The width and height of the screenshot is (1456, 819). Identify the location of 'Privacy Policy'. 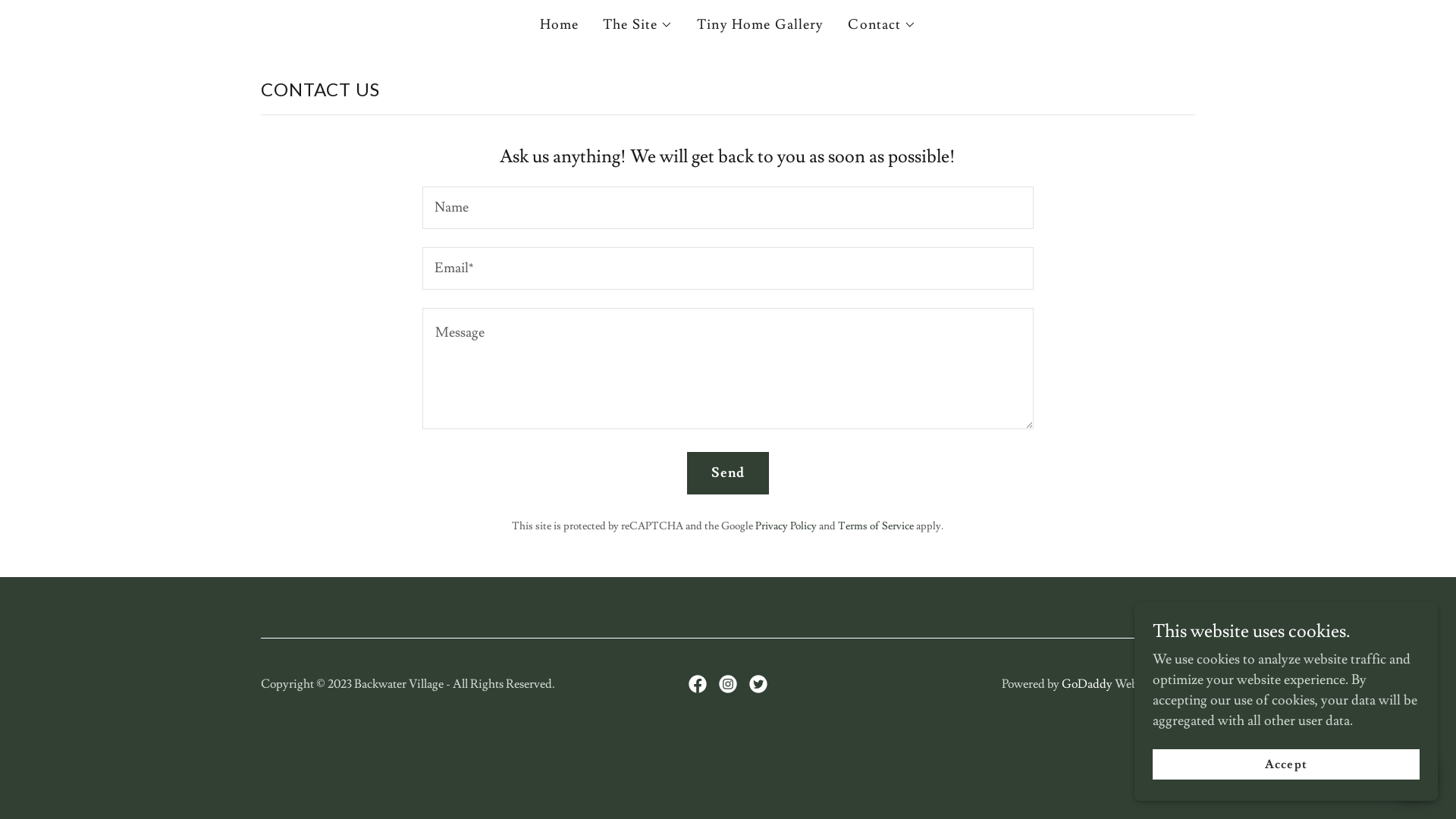
(755, 526).